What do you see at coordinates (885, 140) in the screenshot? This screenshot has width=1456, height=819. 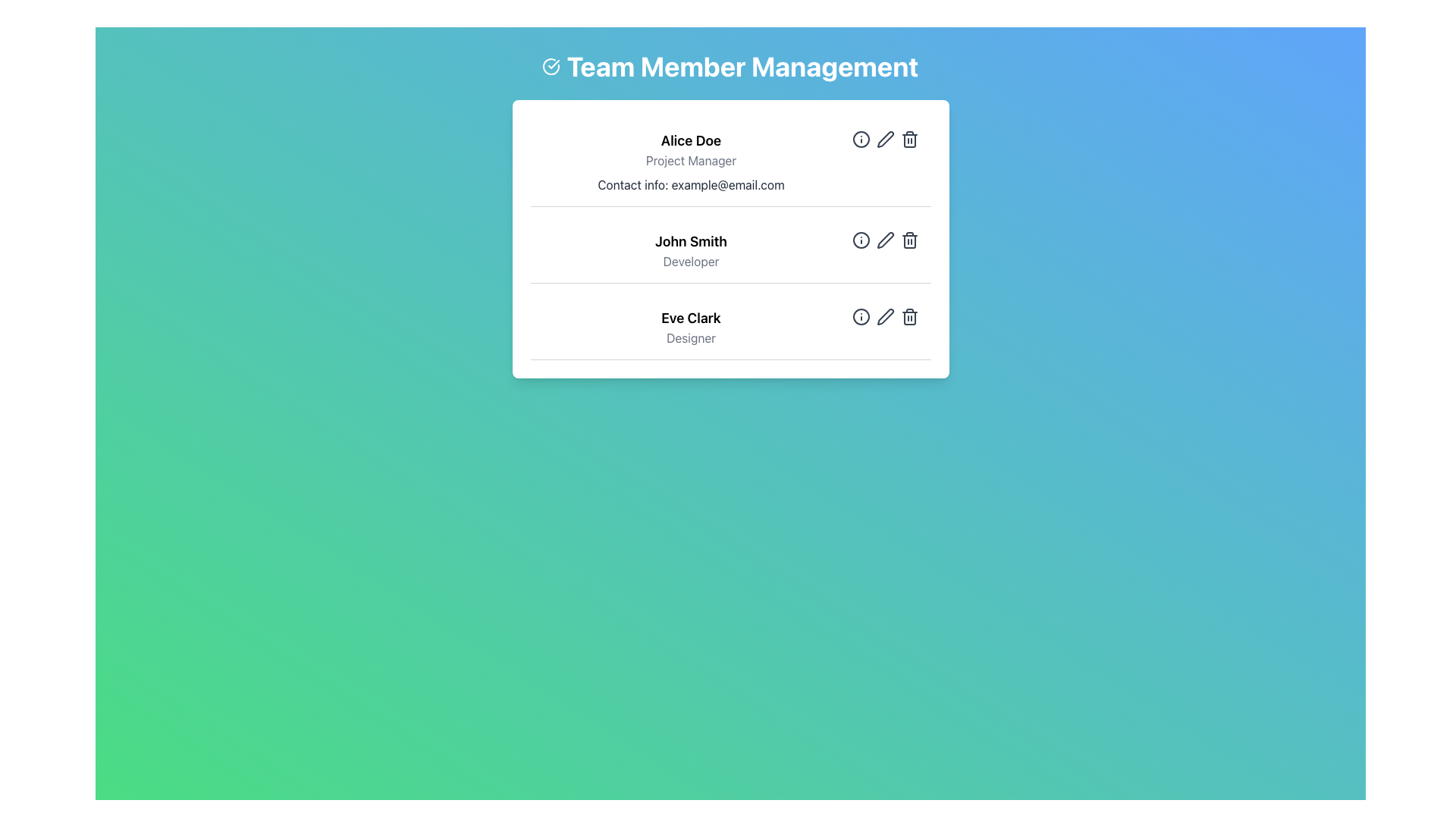 I see `the pencil-shaped edit button located to the right of the 'Alice Doe' entry in the team member list to initiate the edit action` at bounding box center [885, 140].